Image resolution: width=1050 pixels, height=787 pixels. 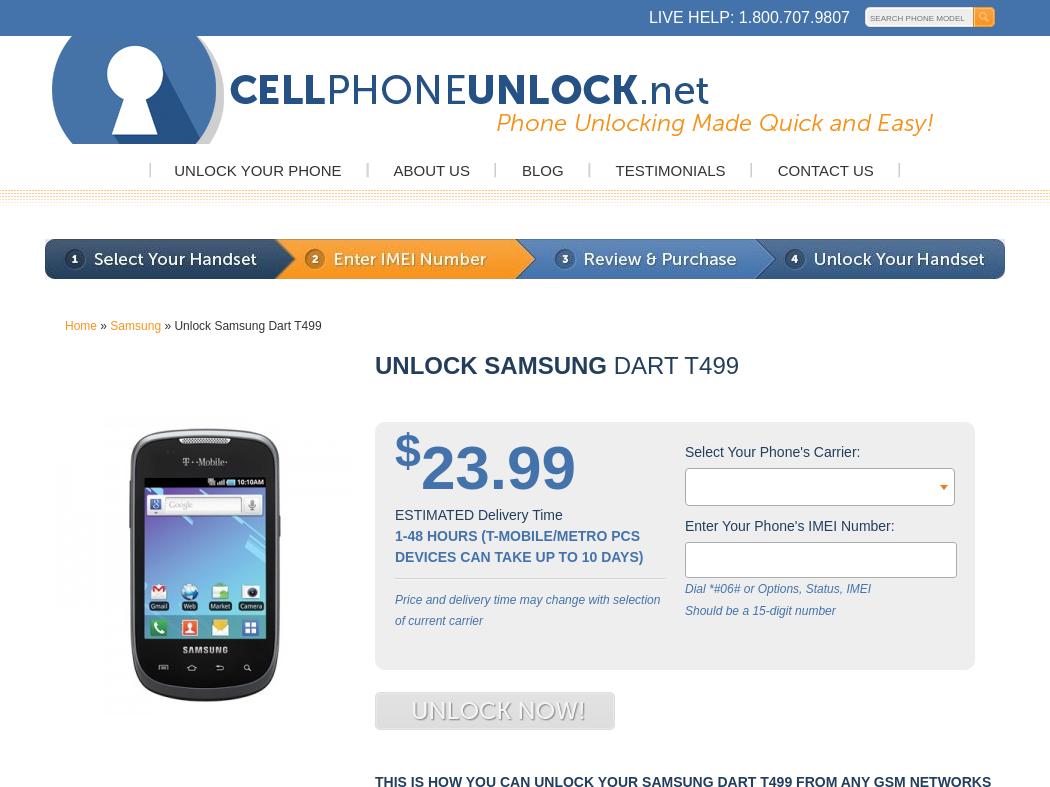 What do you see at coordinates (685, 524) in the screenshot?
I see `'Enter Your Phone's IMEI Number:'` at bounding box center [685, 524].